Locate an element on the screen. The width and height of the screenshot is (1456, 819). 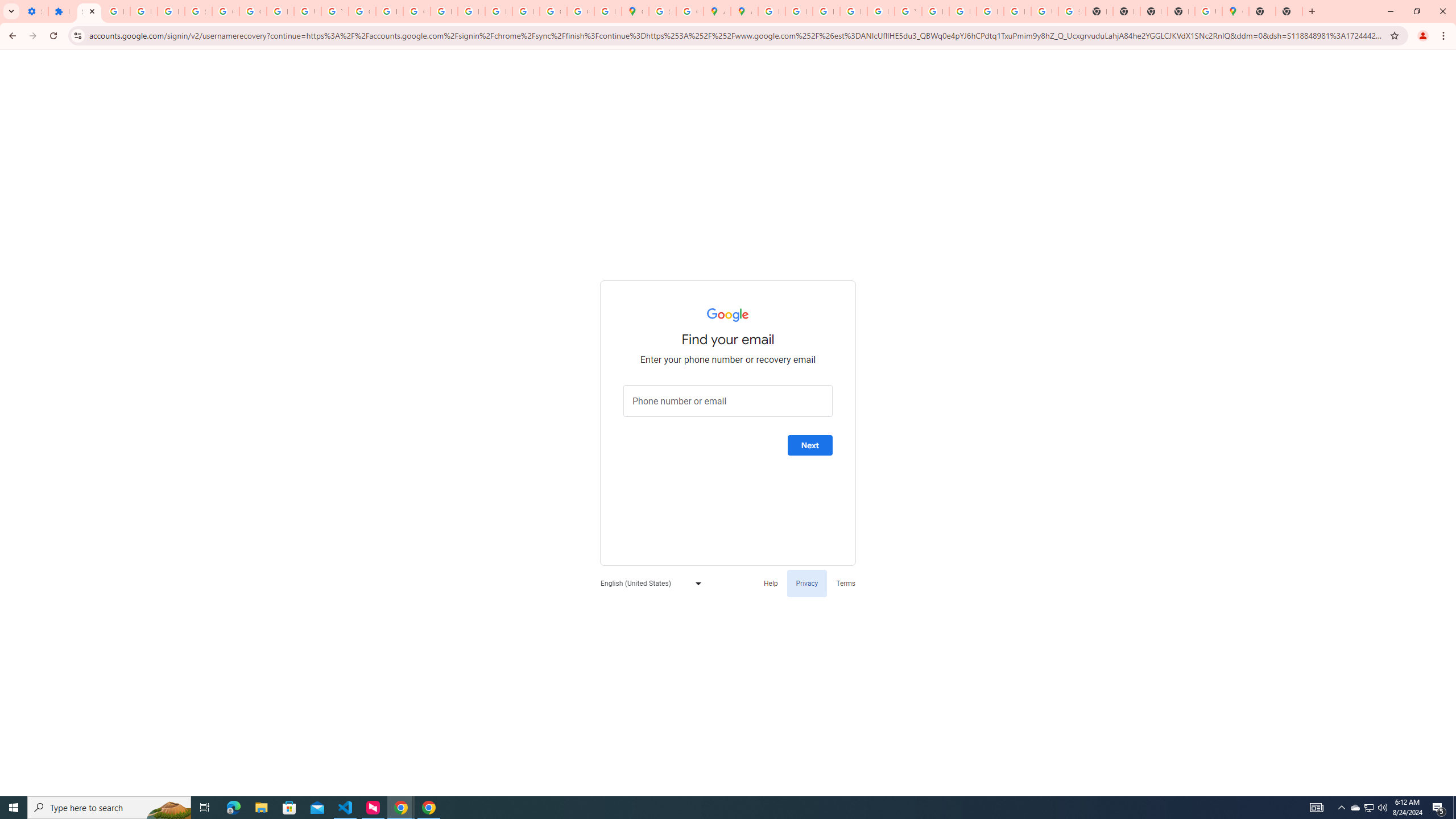
'Google Maps' is located at coordinates (635, 11).